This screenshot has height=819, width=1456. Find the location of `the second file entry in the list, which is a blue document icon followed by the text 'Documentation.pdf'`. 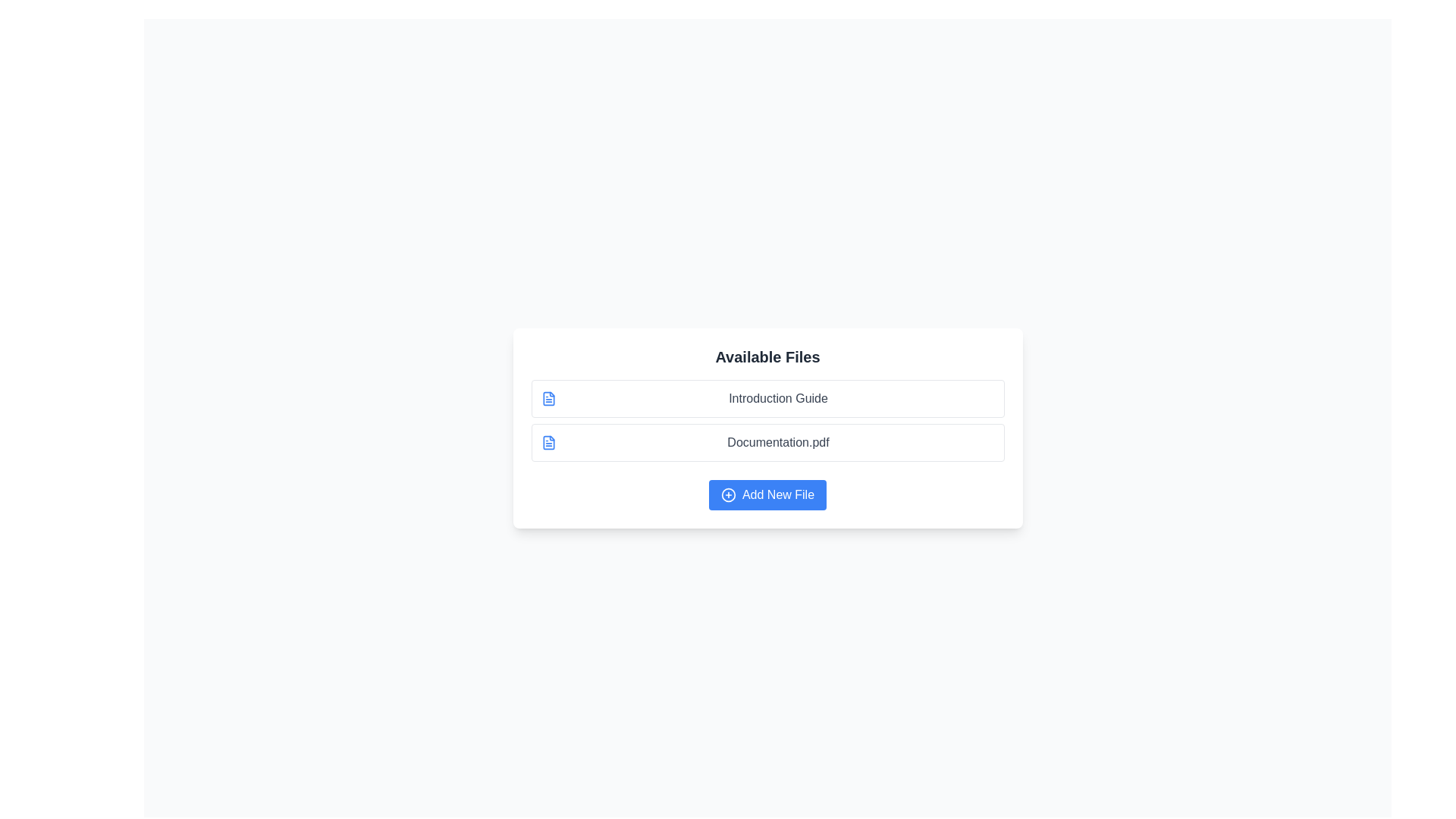

the second file entry in the list, which is a blue document icon followed by the text 'Documentation.pdf' is located at coordinates (767, 442).